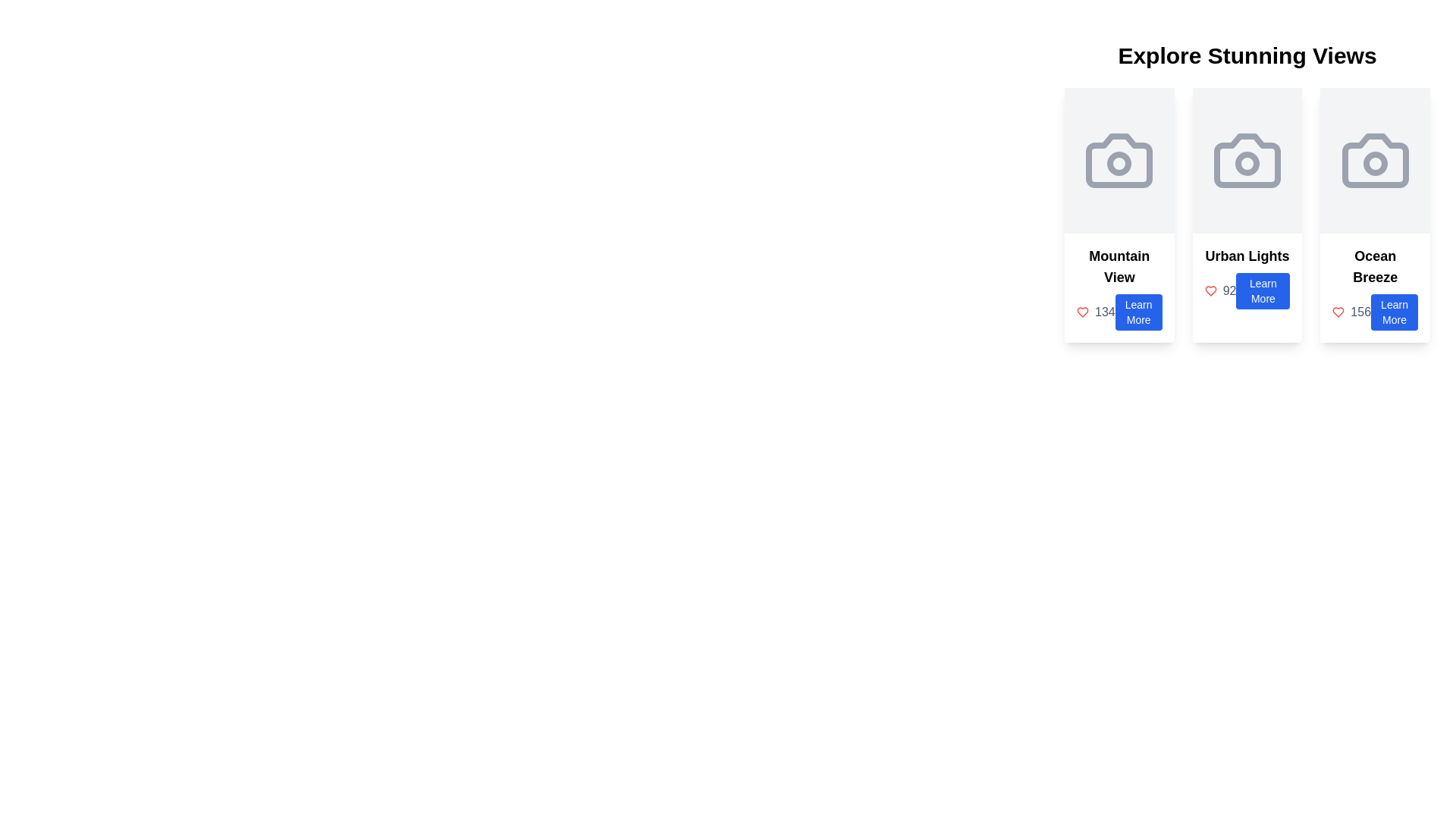  What do you see at coordinates (1247, 256) in the screenshot?
I see `static text element displaying 'Urban Lights' located at the top of the second card in a group of three cards, directly under the camera icon` at bounding box center [1247, 256].